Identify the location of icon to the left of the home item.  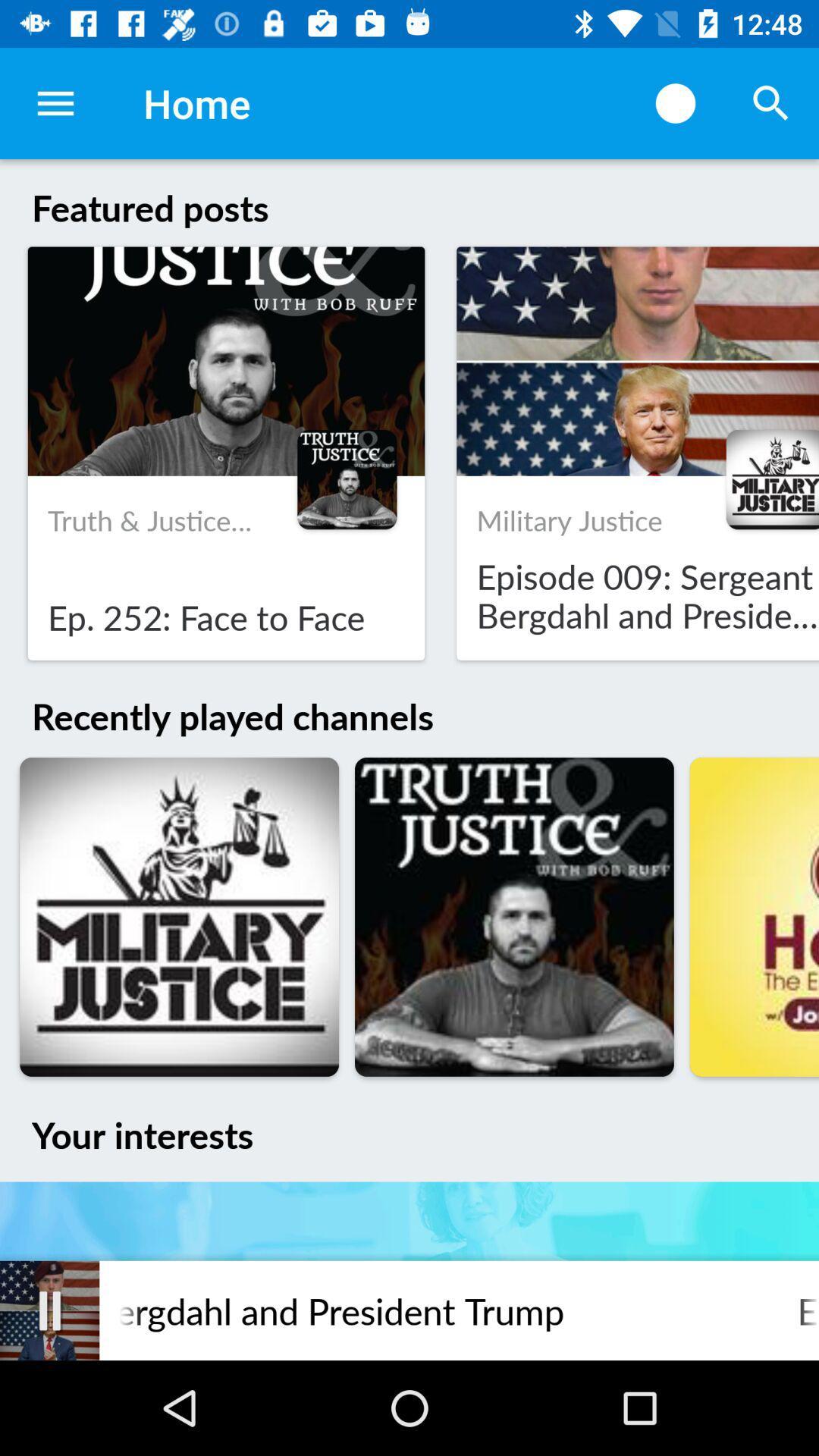
(55, 102).